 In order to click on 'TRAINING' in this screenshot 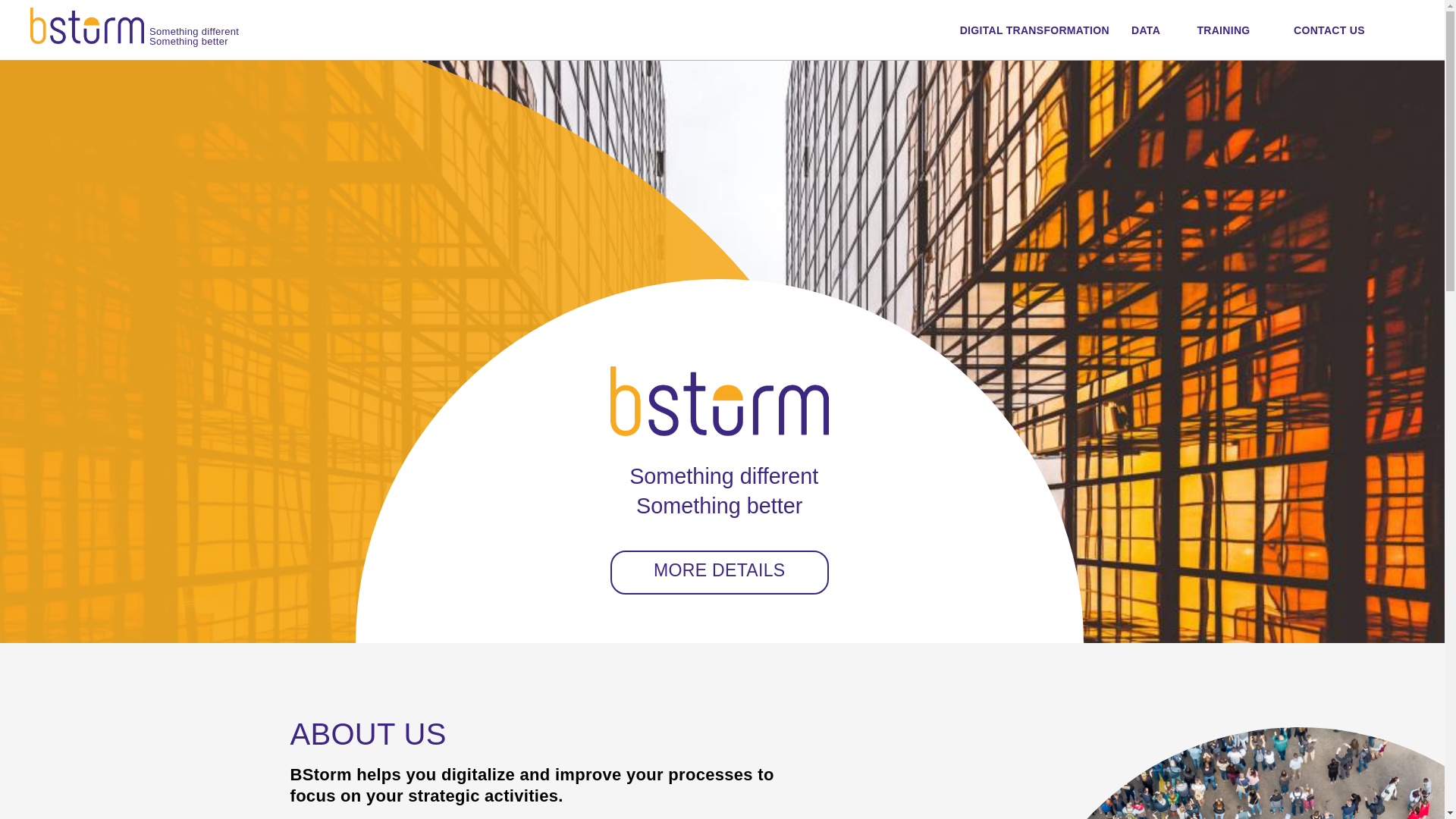, I will do `click(1216, 30)`.